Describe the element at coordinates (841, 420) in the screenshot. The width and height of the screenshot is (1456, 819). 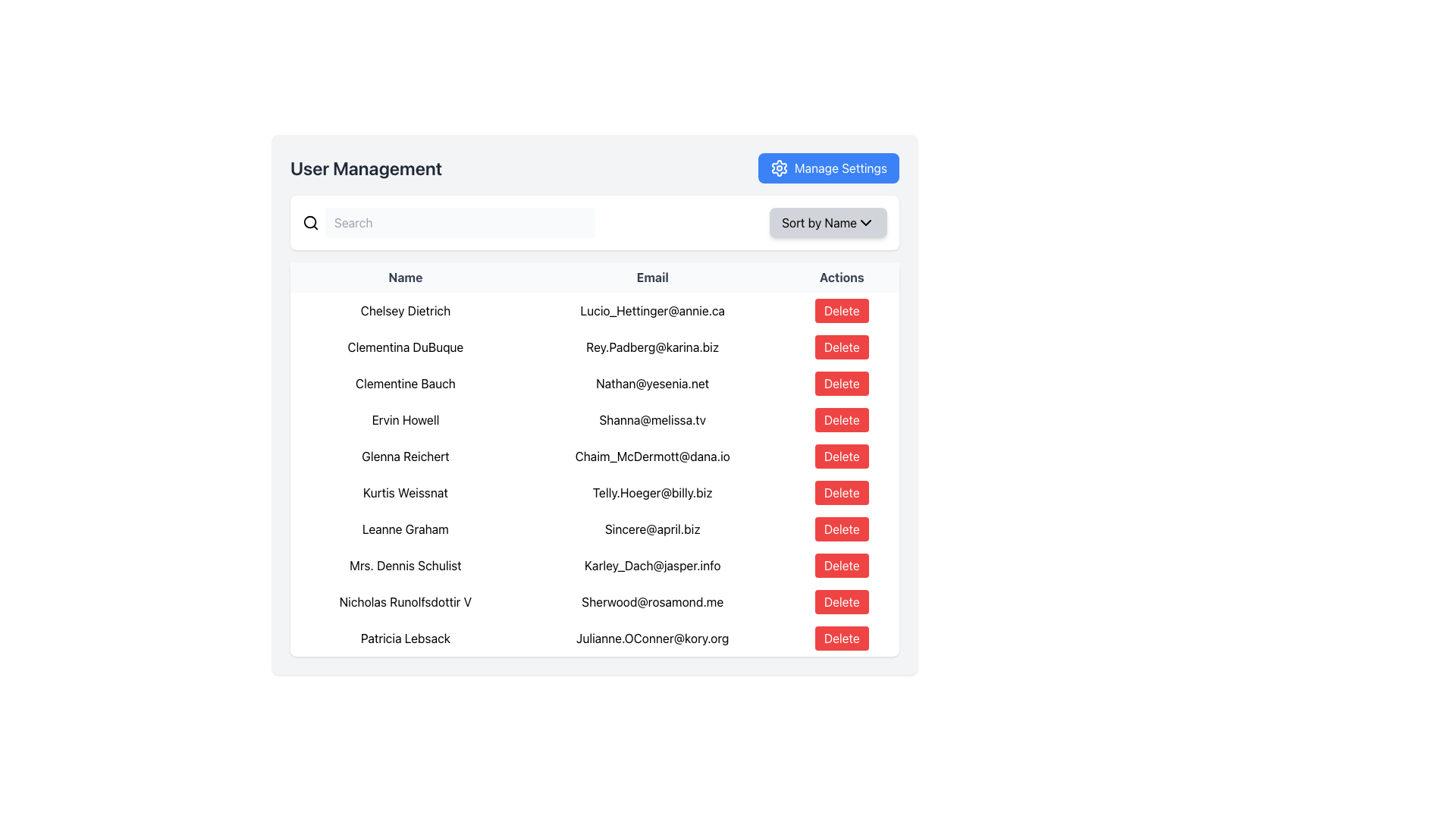
I see `the fourth 'Delete' button, which is a red button with white text` at that location.